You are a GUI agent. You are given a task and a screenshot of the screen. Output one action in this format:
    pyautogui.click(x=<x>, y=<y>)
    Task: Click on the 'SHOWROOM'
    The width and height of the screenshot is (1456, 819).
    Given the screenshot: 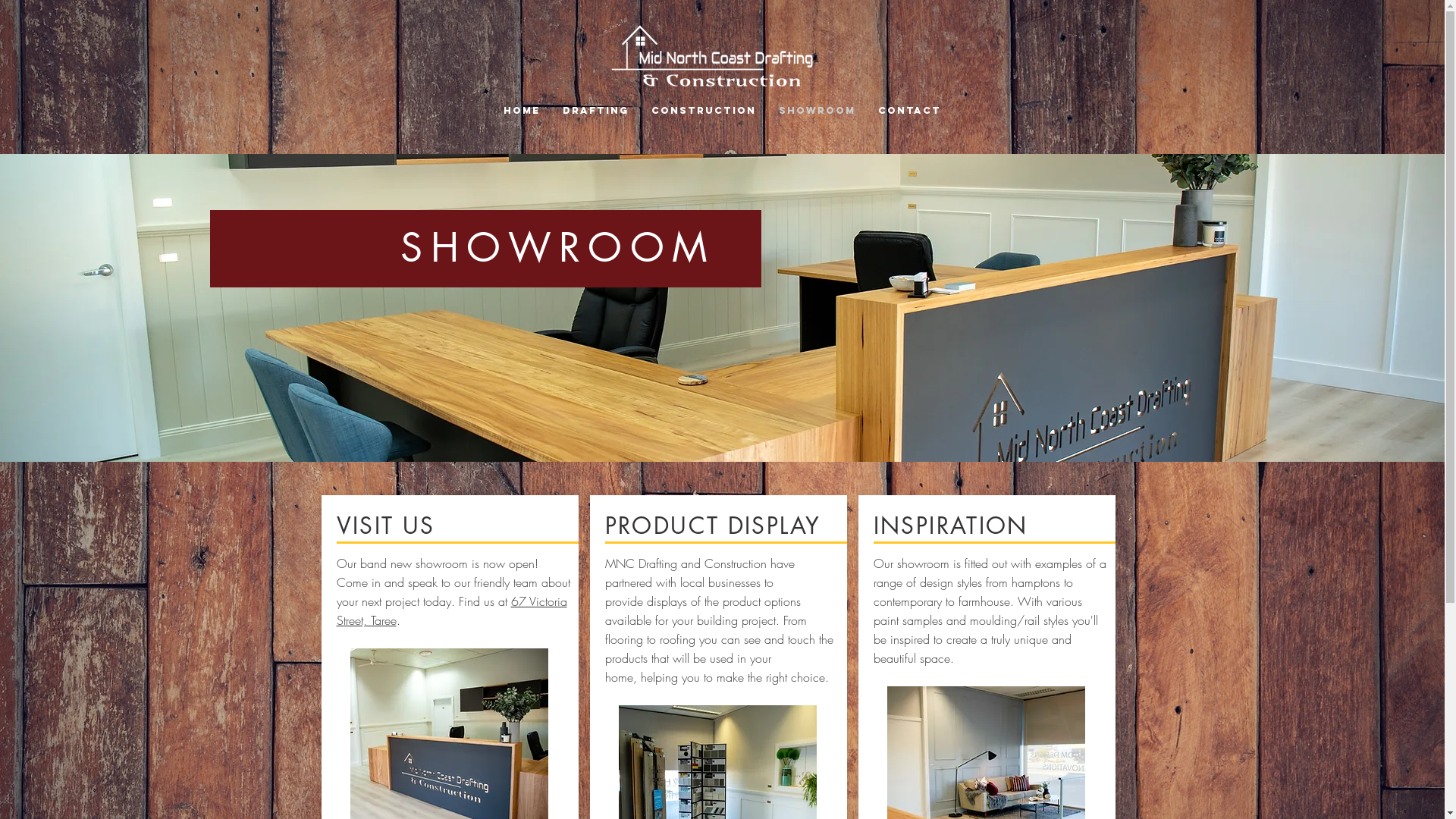 What is the action you would take?
    pyautogui.click(x=816, y=108)
    